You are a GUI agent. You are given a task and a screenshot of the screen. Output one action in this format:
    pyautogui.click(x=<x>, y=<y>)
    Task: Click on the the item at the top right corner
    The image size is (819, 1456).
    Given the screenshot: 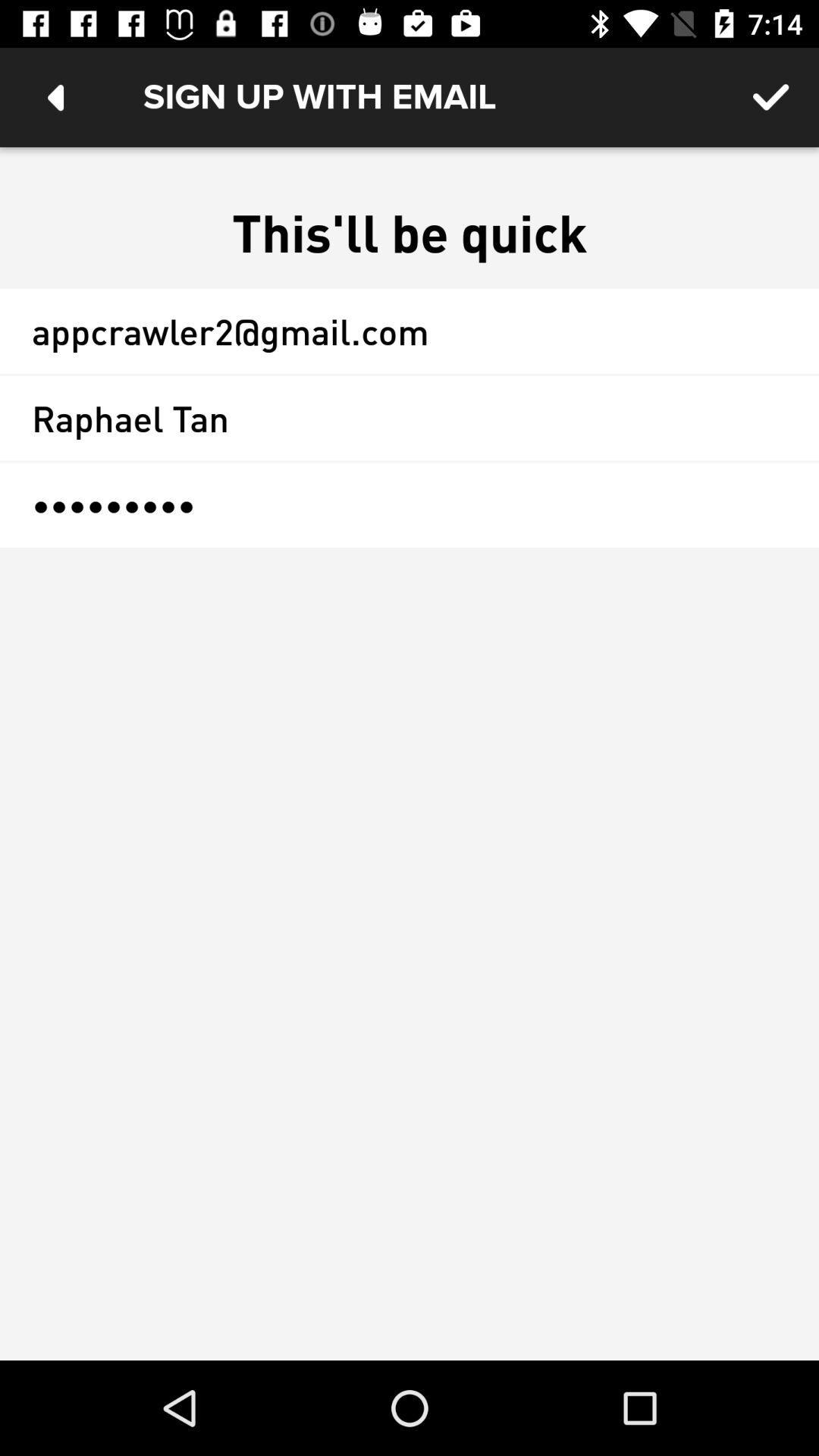 What is the action you would take?
    pyautogui.click(x=771, y=96)
    